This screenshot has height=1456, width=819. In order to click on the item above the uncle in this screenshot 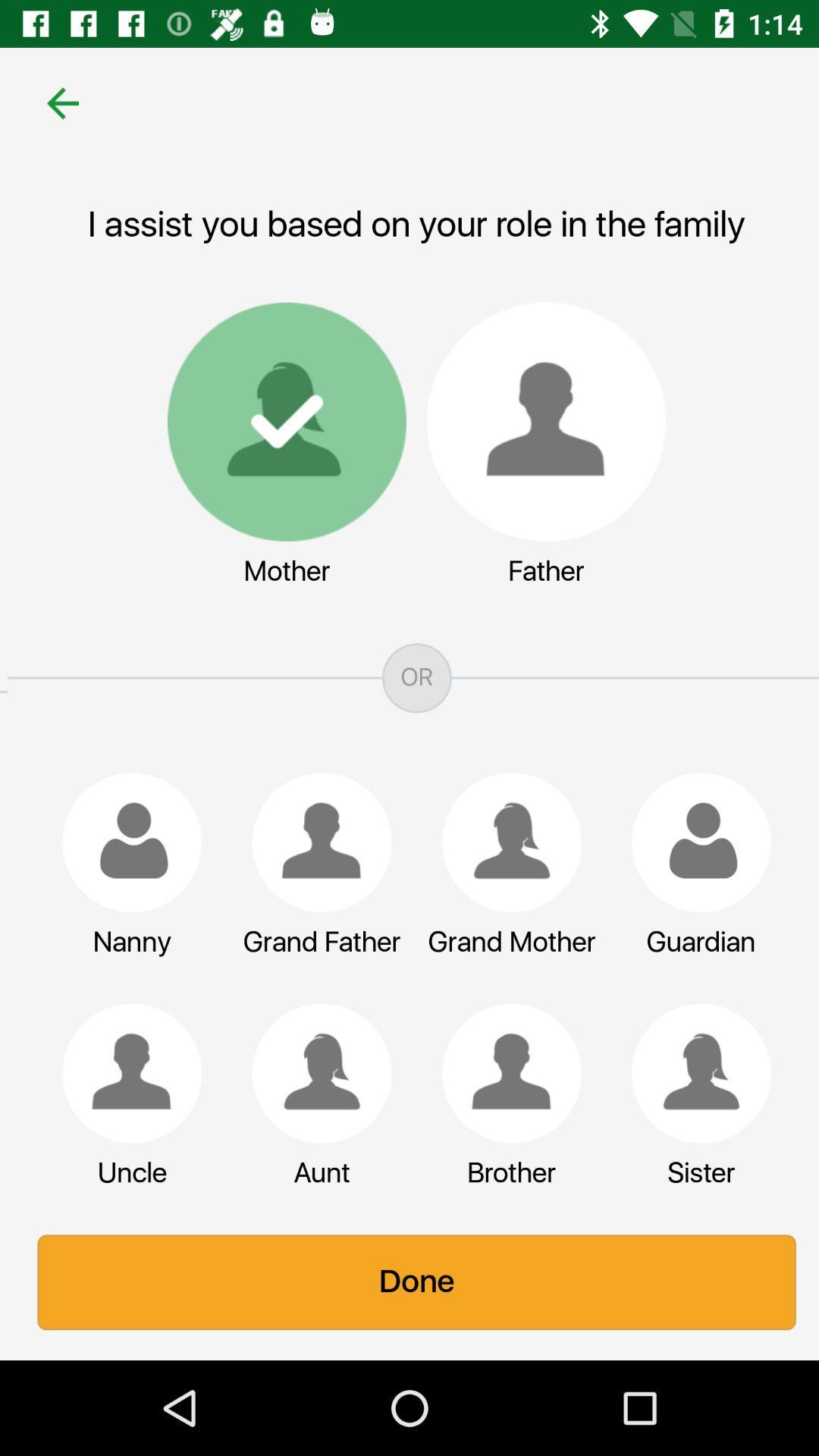, I will do `click(124, 1072)`.